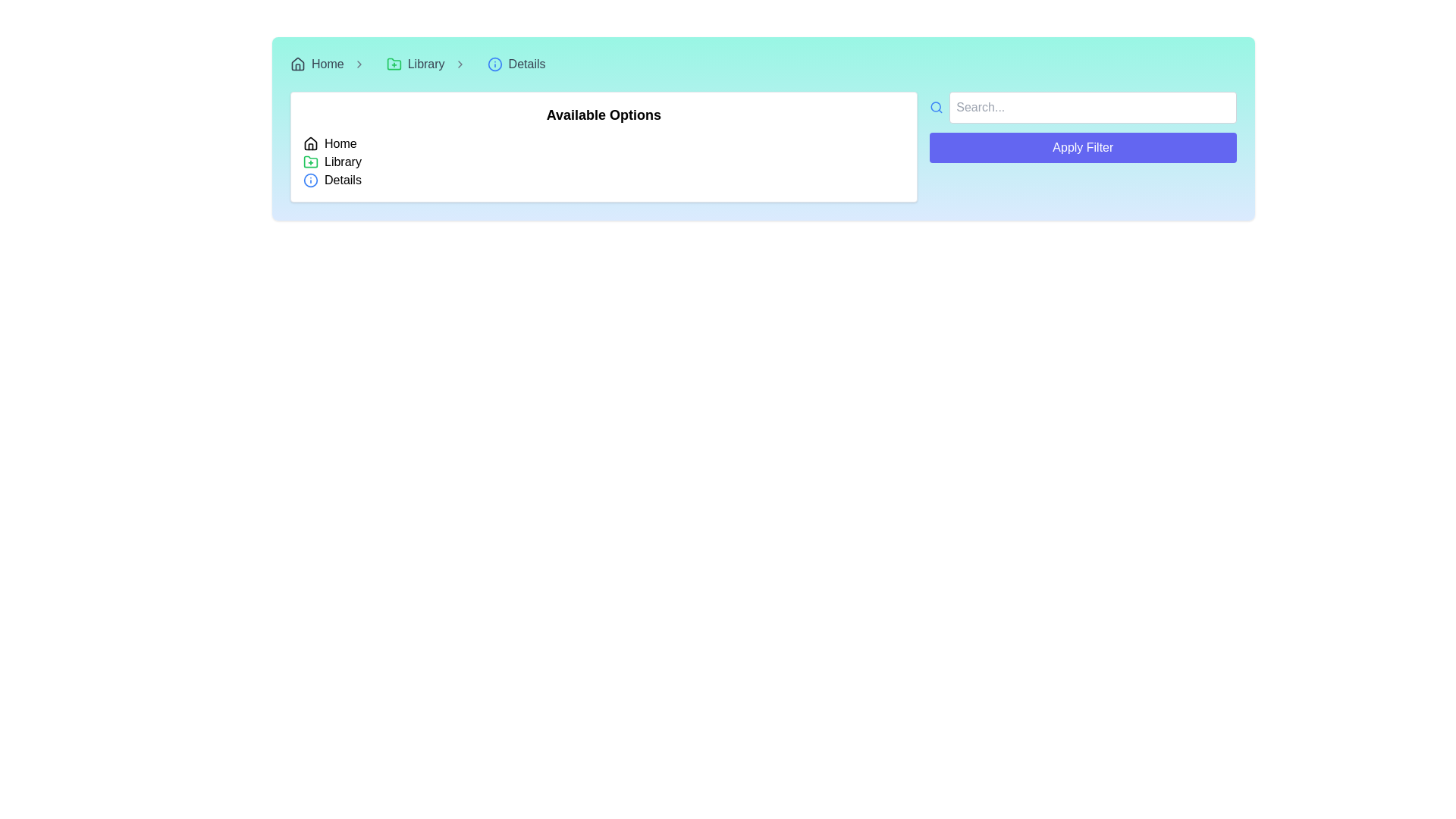 The image size is (1456, 819). I want to click on the house-shaped SVG icon located next to the 'Home' text, so click(309, 143).